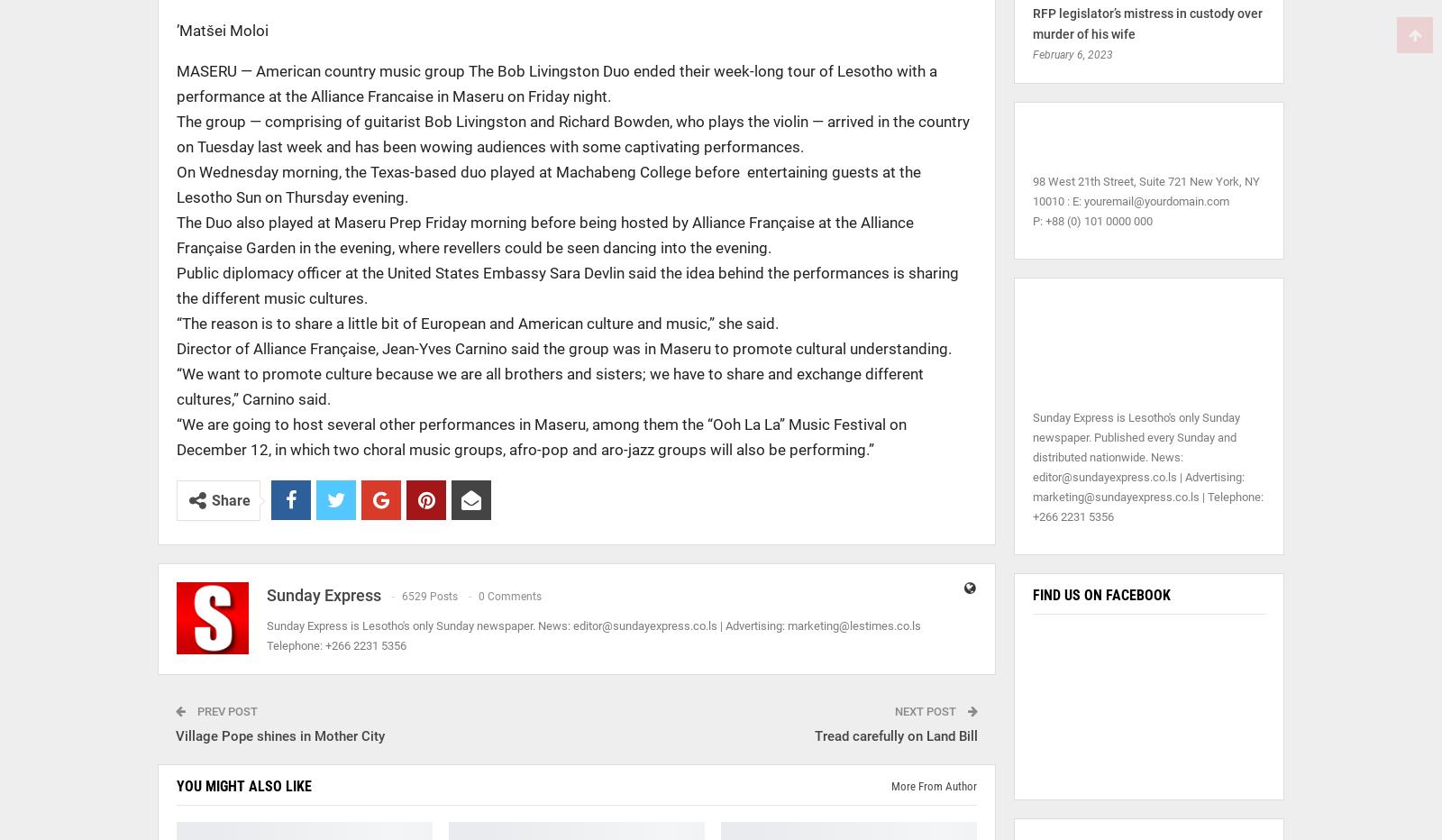  What do you see at coordinates (550, 386) in the screenshot?
I see `'“We want to promote culture because we are all brothers and sisters; we have to share and exchange different cultures,” Carnino said.'` at bounding box center [550, 386].